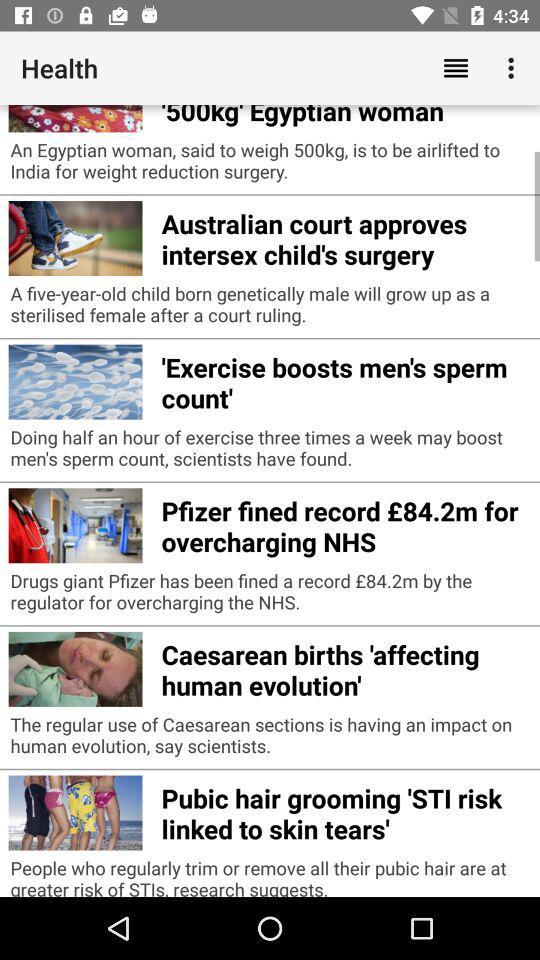  Describe the element at coordinates (344, 667) in the screenshot. I see `item above the the regular use` at that location.